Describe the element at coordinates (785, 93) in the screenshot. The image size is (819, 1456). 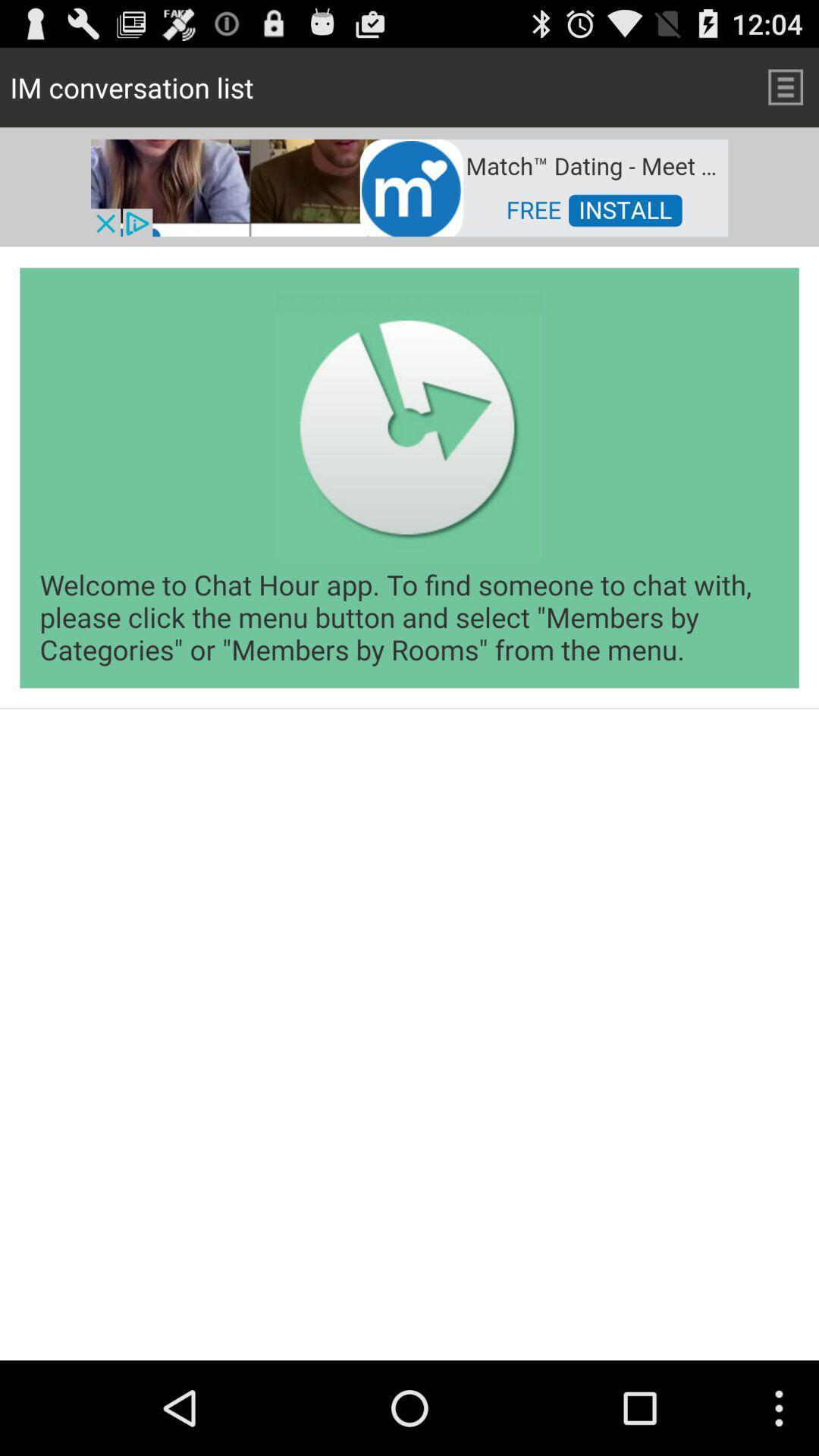
I see `the menu icon` at that location.